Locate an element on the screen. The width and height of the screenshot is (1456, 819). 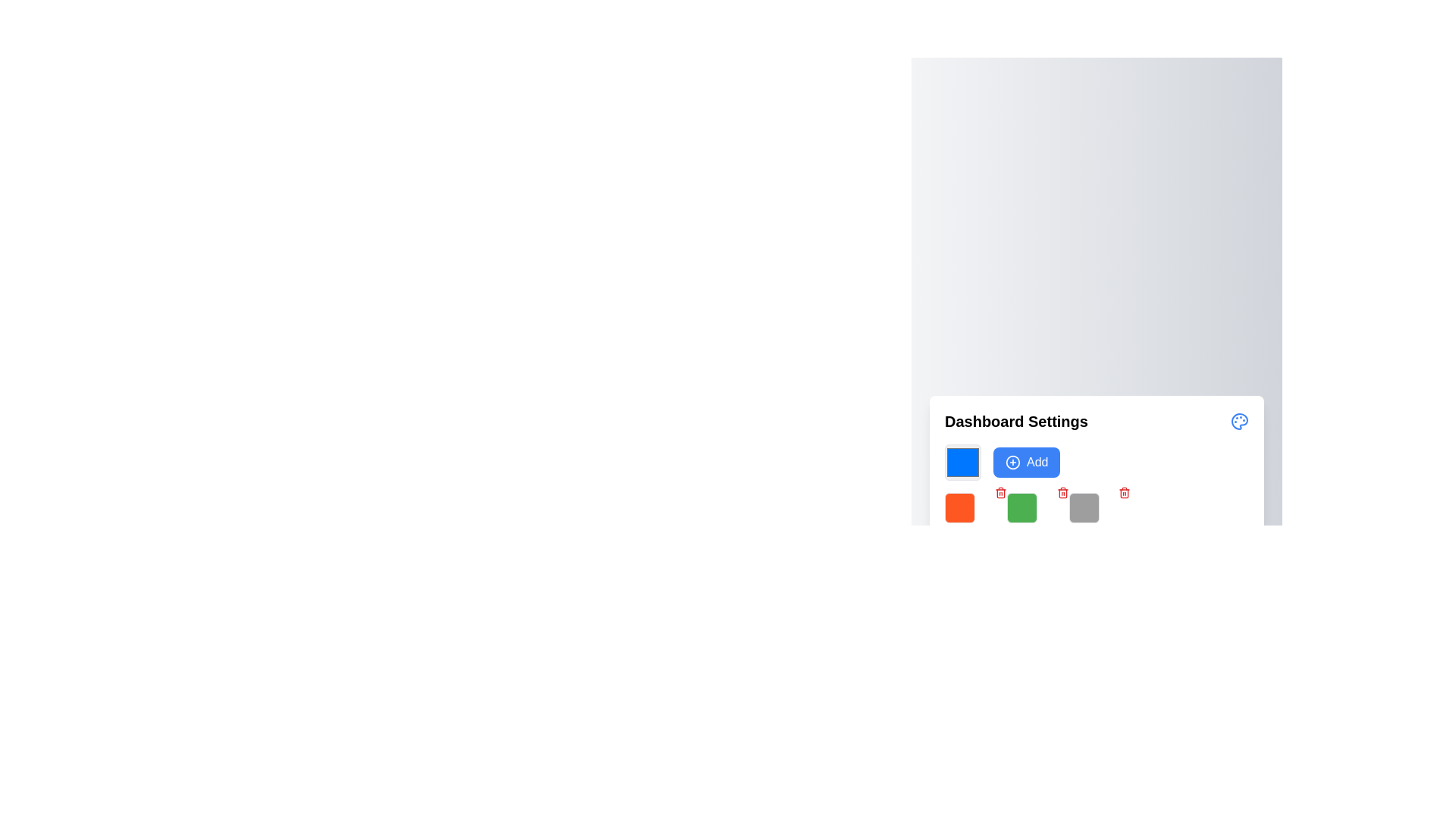
the green square block with rounded corners, positioned in the middle row of the grid as the third element from the left is located at coordinates (1034, 508).